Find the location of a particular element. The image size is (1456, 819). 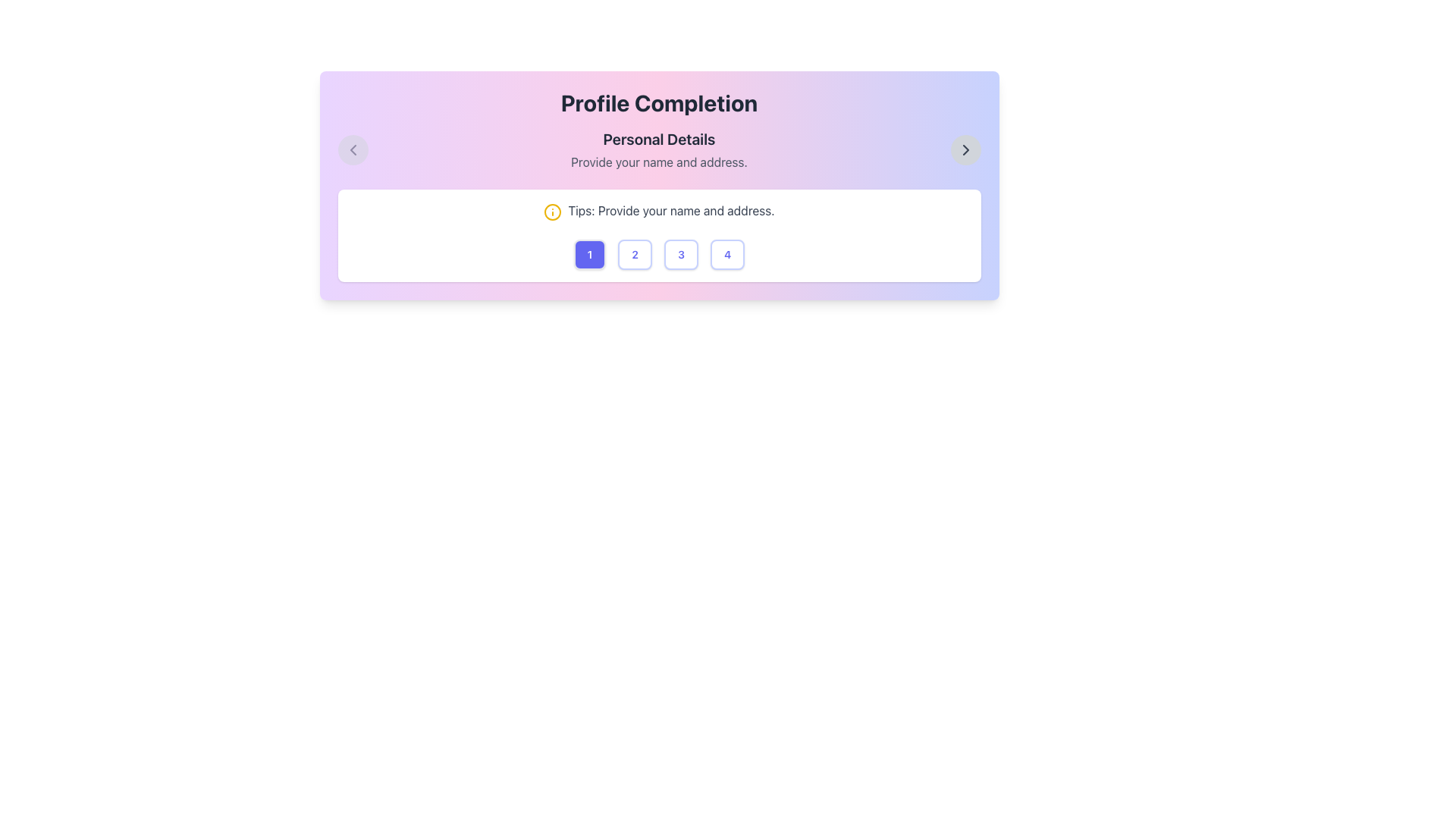

the static text label displaying the instruction 'Tips: Provide your name and address.' which is styled with a gray font and located next to a yellow circular information icon is located at coordinates (670, 210).